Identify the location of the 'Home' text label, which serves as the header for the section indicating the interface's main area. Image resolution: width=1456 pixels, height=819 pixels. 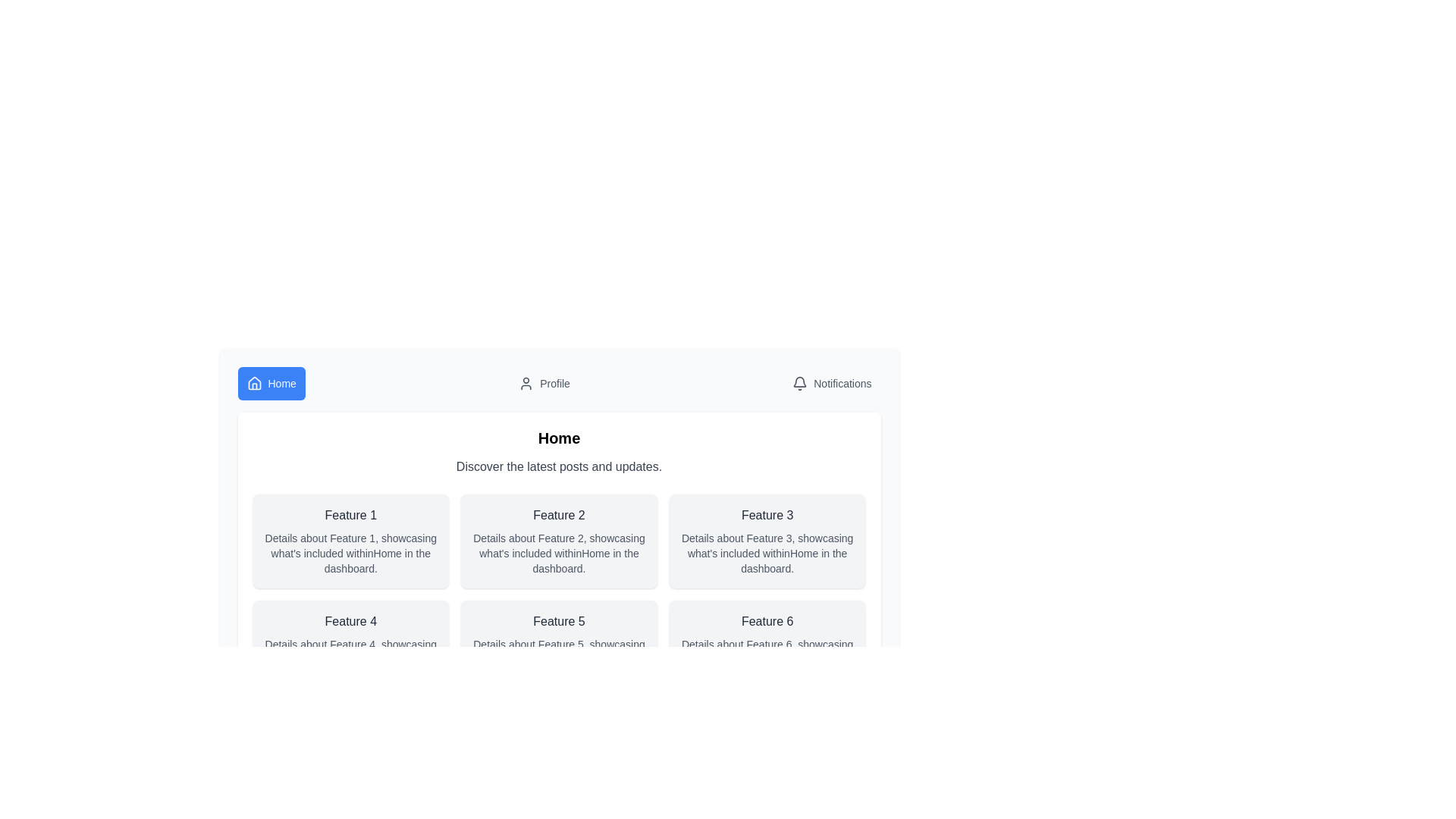
(558, 438).